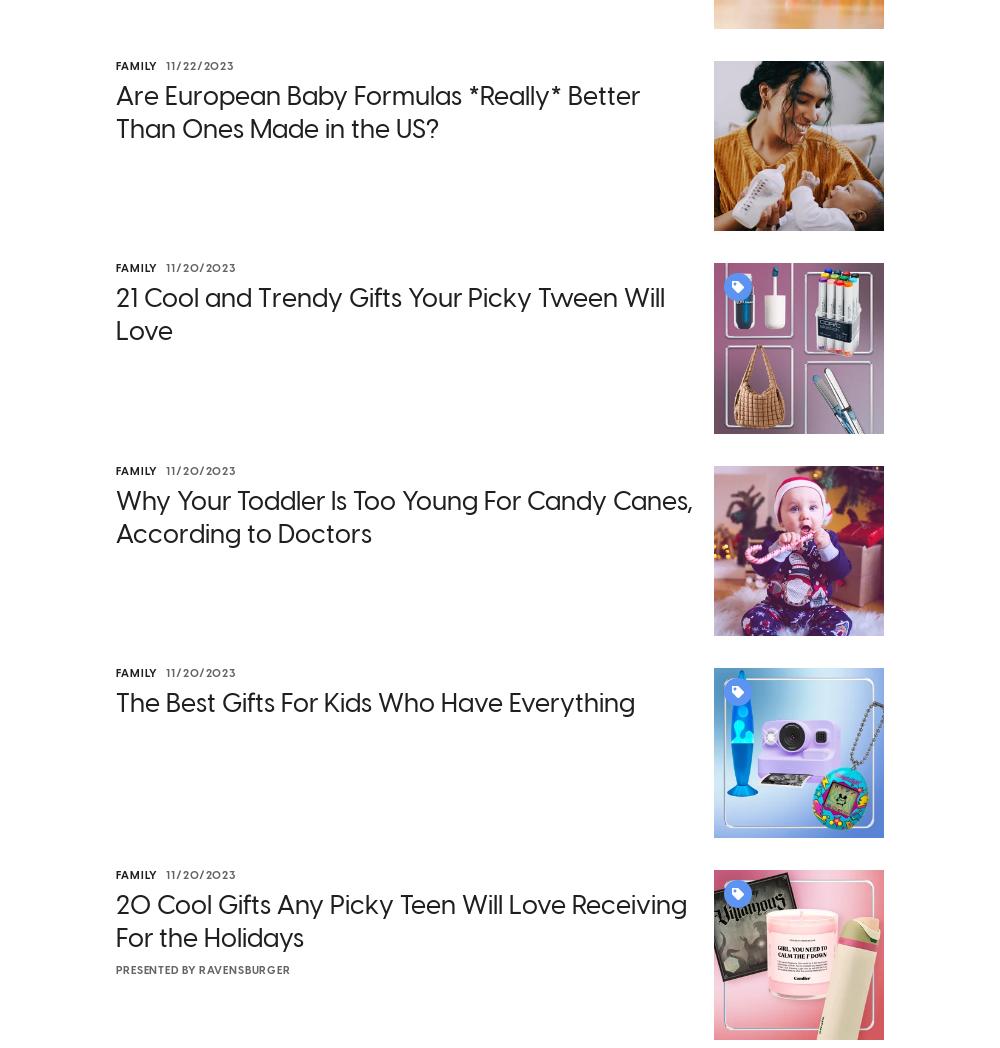 This screenshot has width=1000, height=1048. I want to click on '11/22/2023', so click(166, 66).